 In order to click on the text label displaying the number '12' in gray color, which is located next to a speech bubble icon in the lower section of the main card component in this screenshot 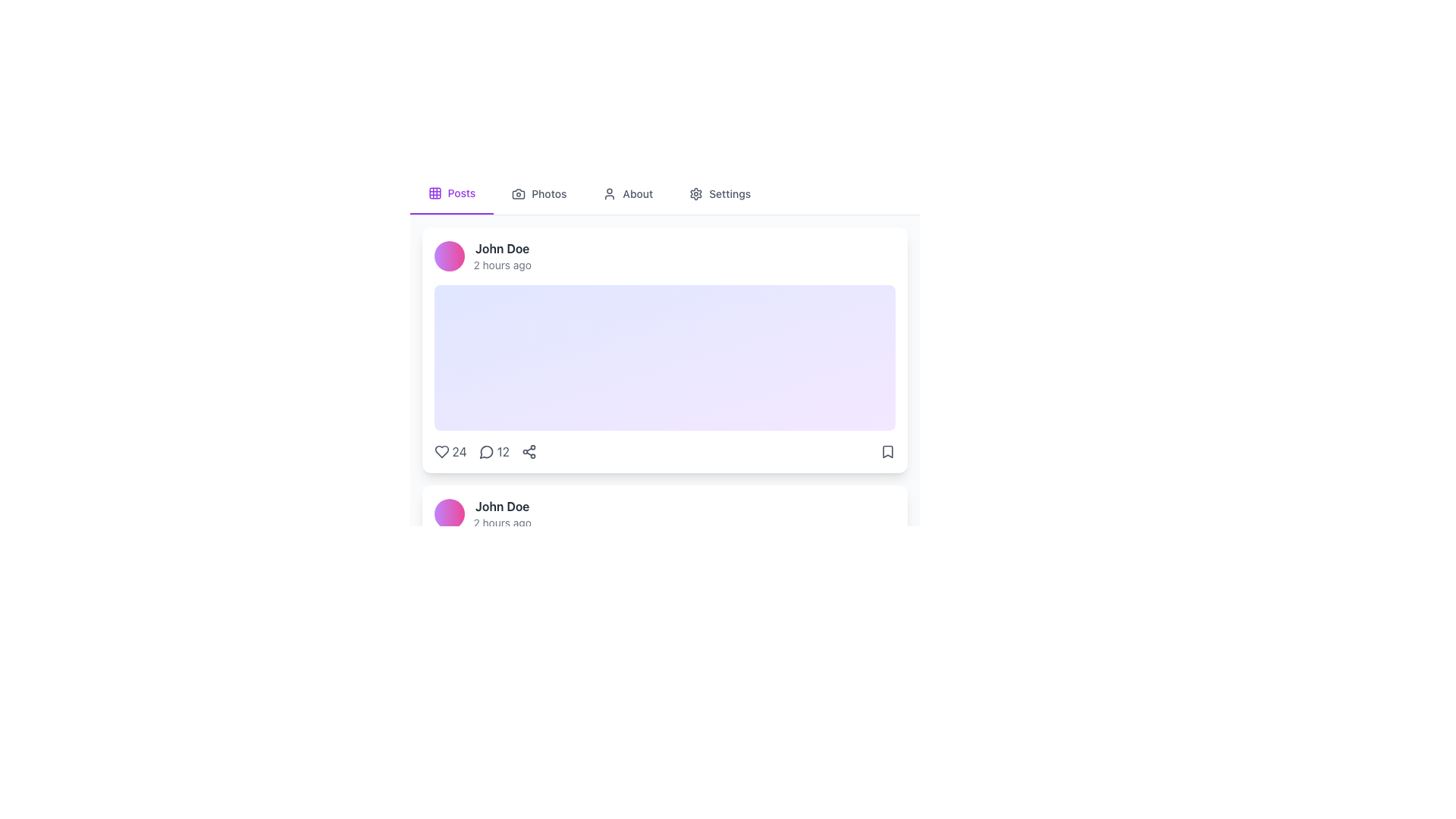, I will do `click(503, 451)`.